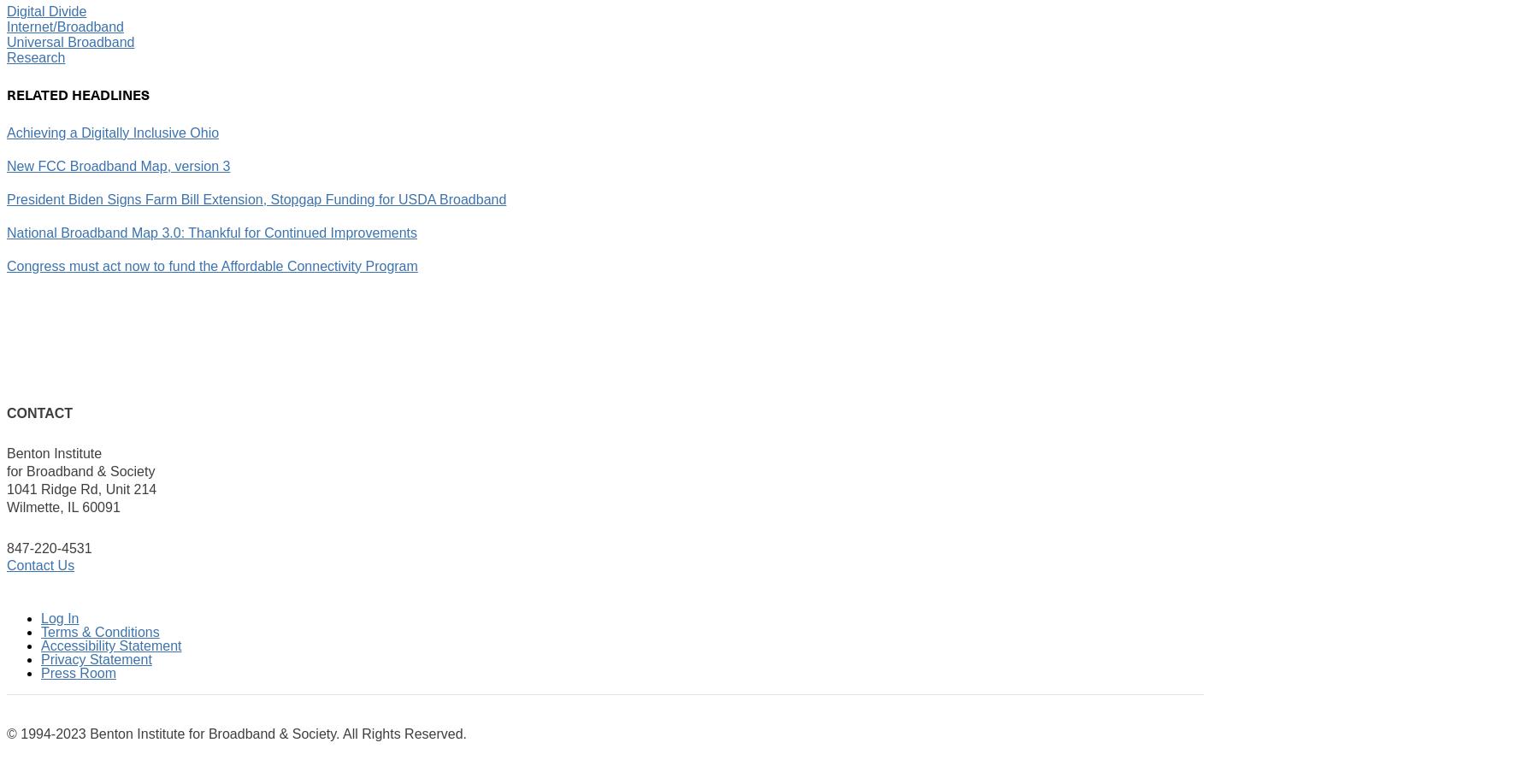  What do you see at coordinates (48, 546) in the screenshot?
I see `'847-220-4531'` at bounding box center [48, 546].